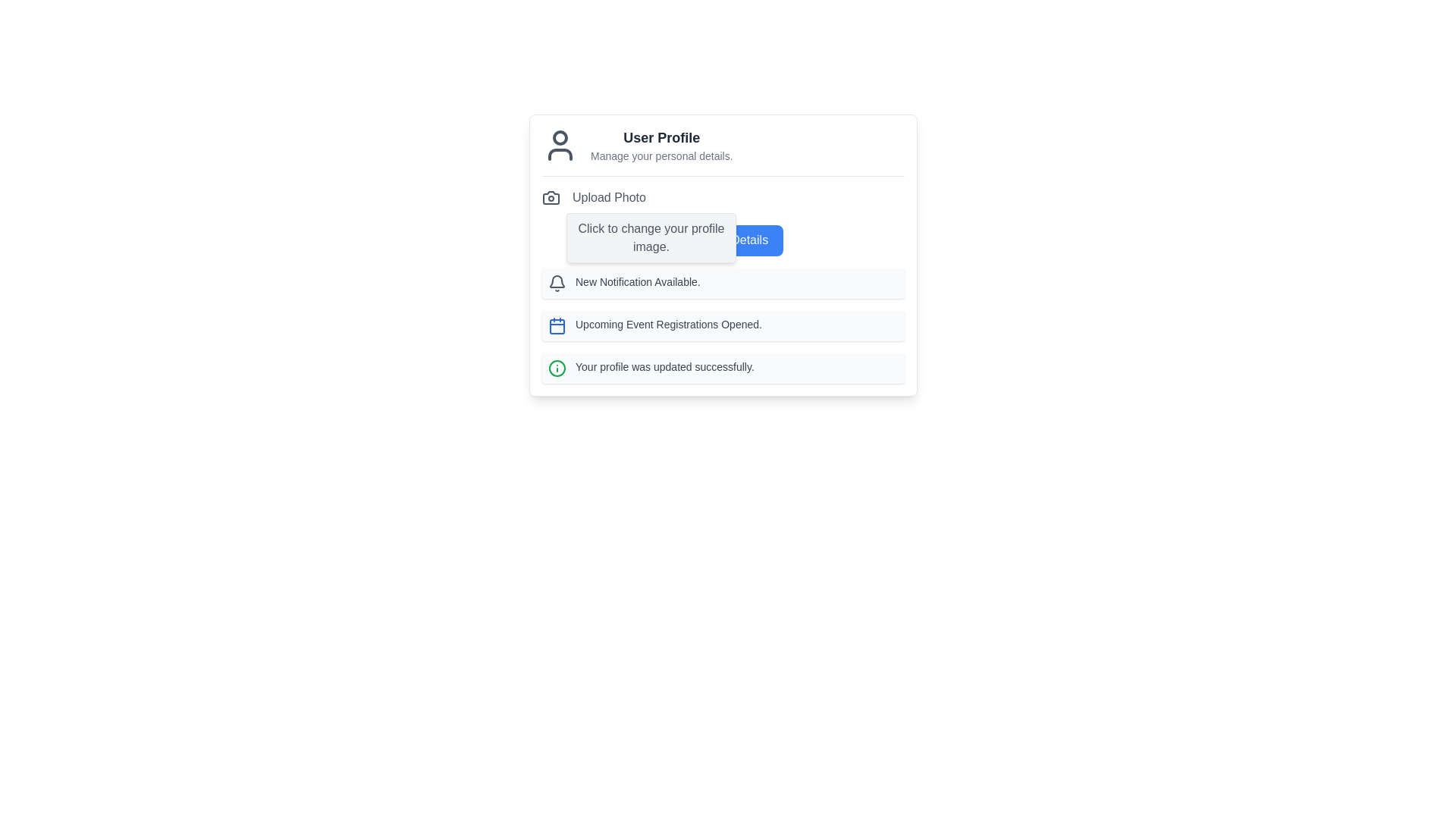  I want to click on the second notification in the vertically stacked list that informs about the opening of event registrations, so click(723, 324).